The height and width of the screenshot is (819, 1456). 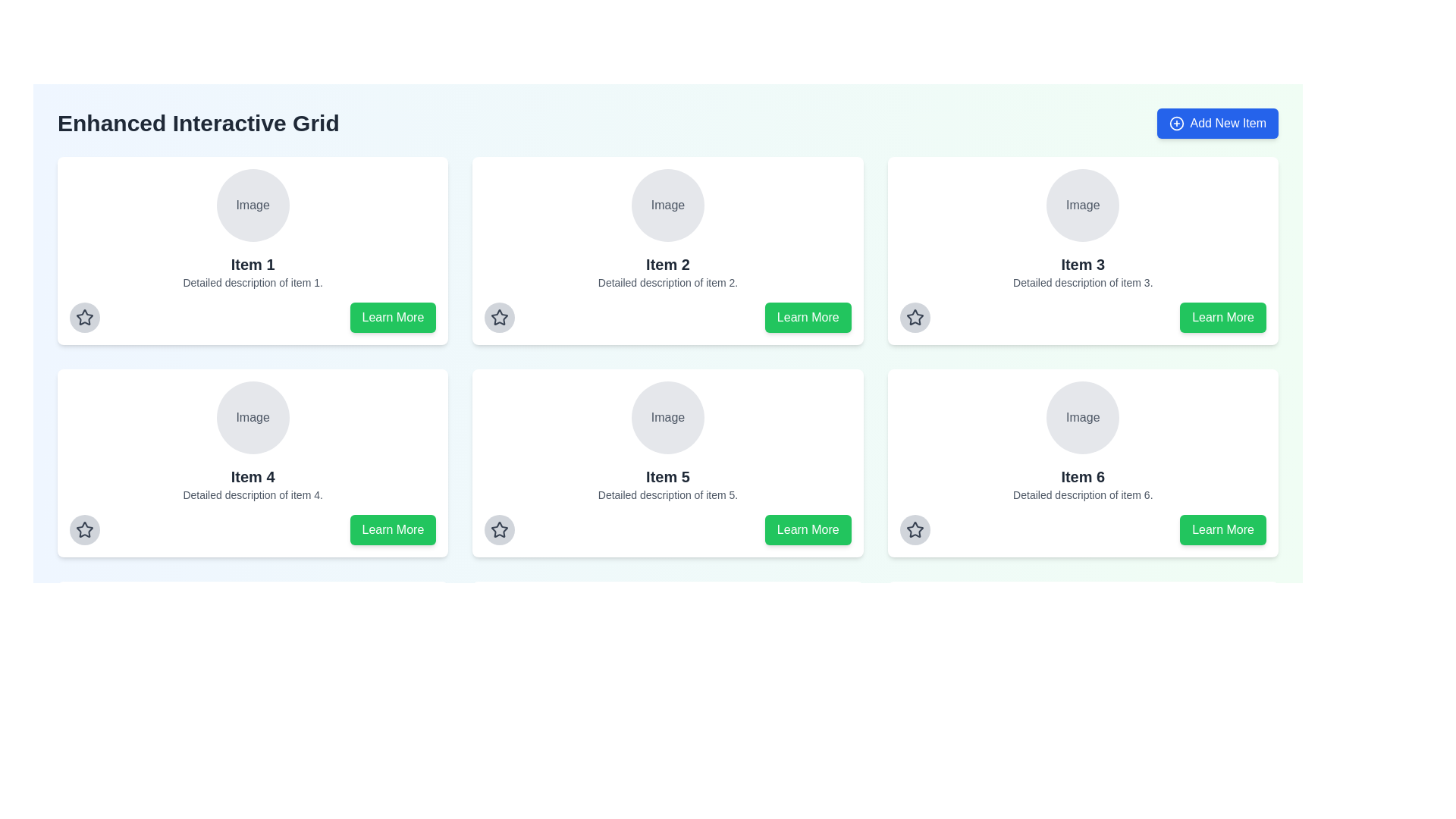 What do you see at coordinates (83, 742) in the screenshot?
I see `the interactive button located in the bottom-left corner of the fourth card displaying 'Item 4'` at bounding box center [83, 742].